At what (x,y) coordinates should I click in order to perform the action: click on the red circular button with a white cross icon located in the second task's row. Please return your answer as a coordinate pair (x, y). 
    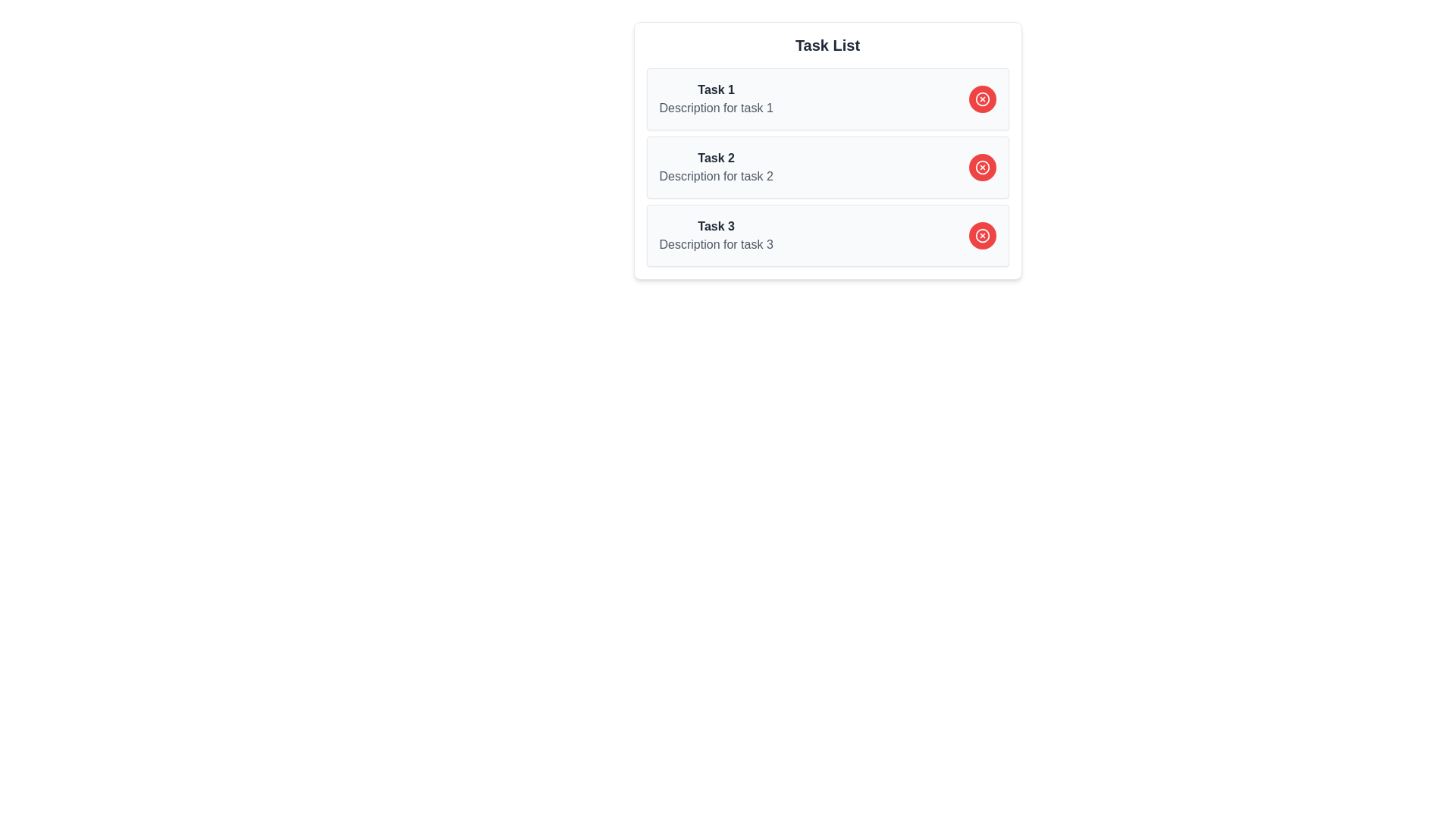
    Looking at the image, I should click on (982, 167).